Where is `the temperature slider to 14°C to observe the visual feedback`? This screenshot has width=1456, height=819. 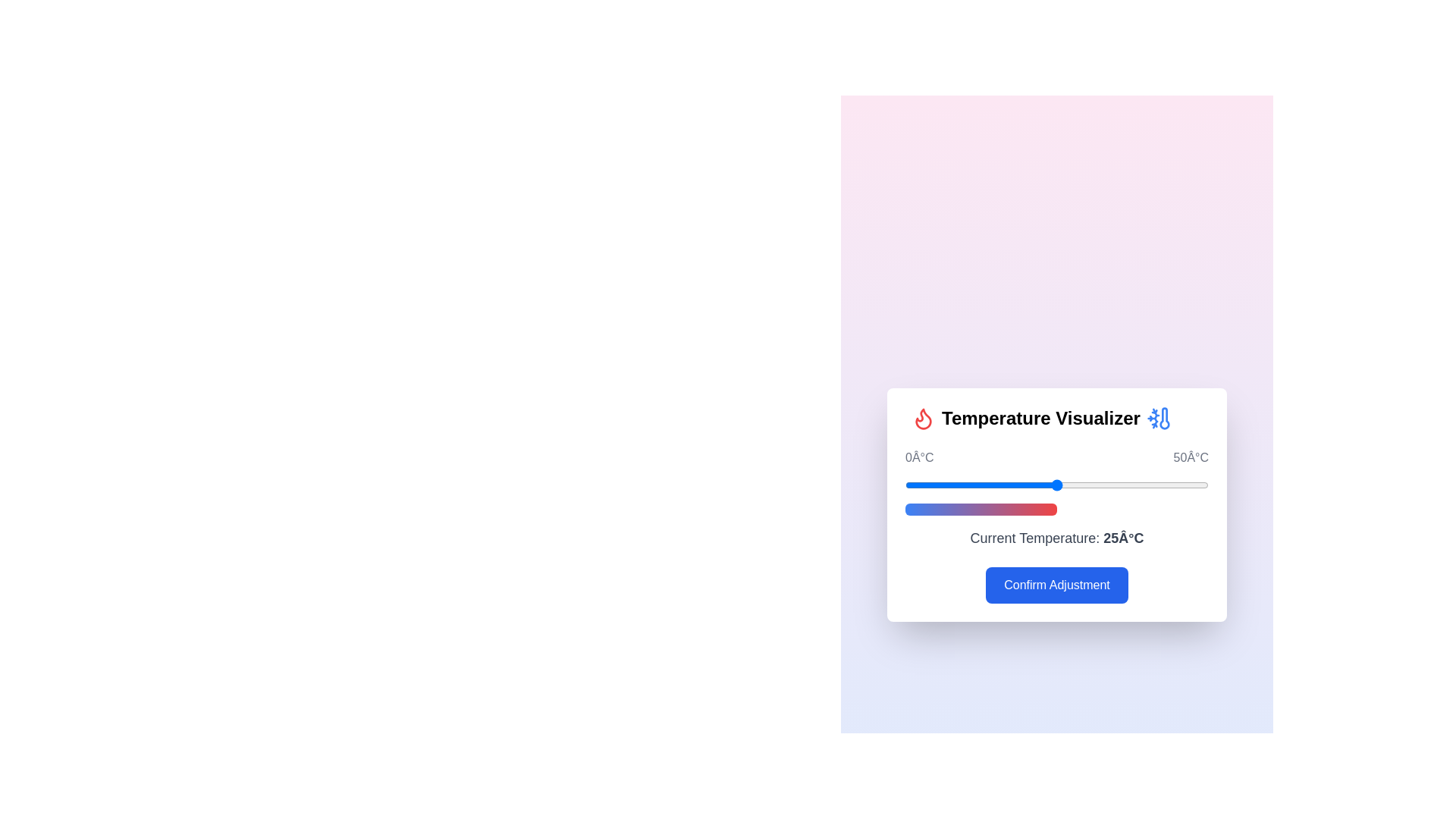 the temperature slider to 14°C to observe the visual feedback is located at coordinates (990, 485).